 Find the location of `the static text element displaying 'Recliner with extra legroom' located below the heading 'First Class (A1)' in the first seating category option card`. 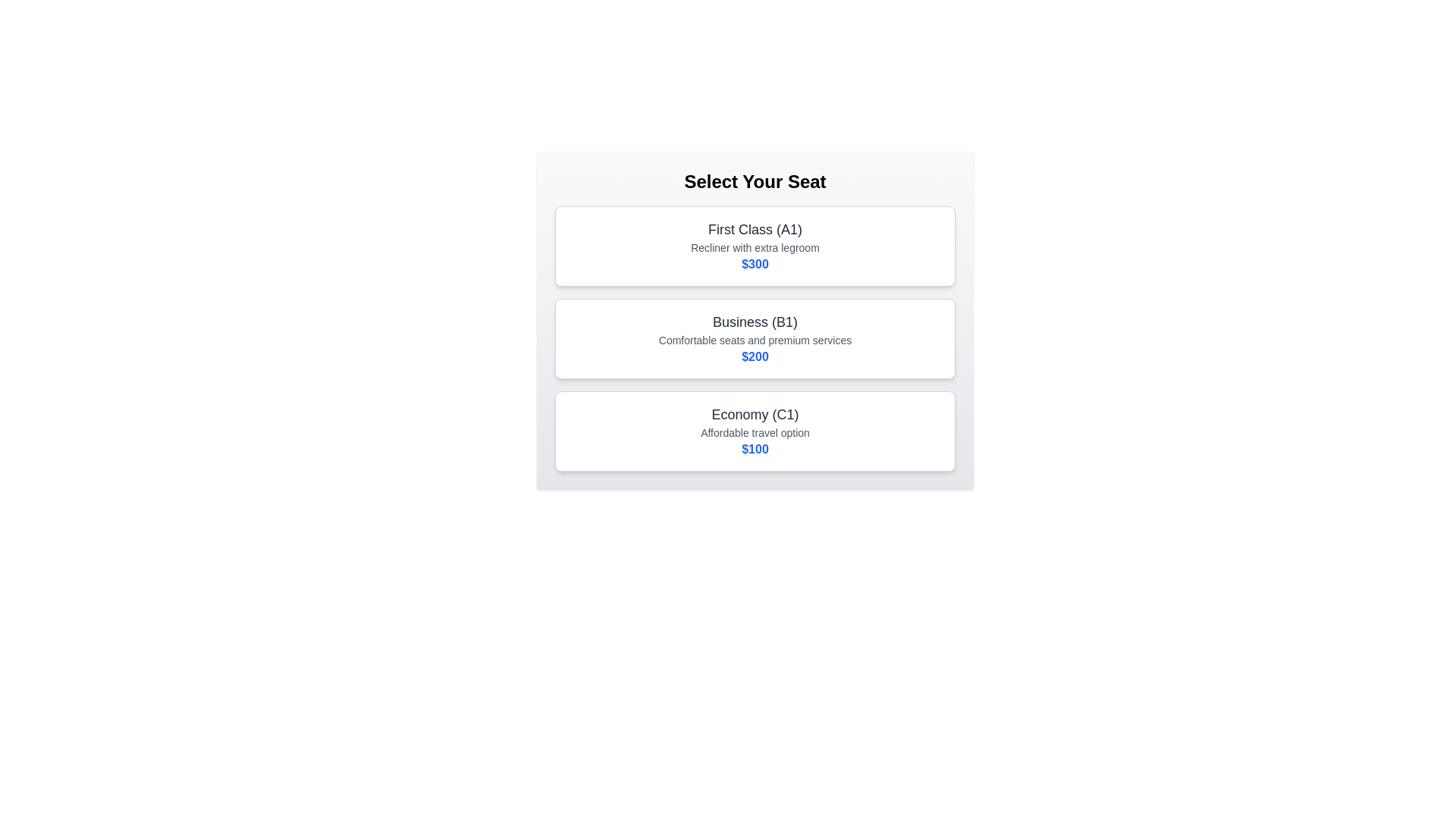

the static text element displaying 'Recliner with extra legroom' located below the heading 'First Class (A1)' in the first seating category option card is located at coordinates (755, 247).